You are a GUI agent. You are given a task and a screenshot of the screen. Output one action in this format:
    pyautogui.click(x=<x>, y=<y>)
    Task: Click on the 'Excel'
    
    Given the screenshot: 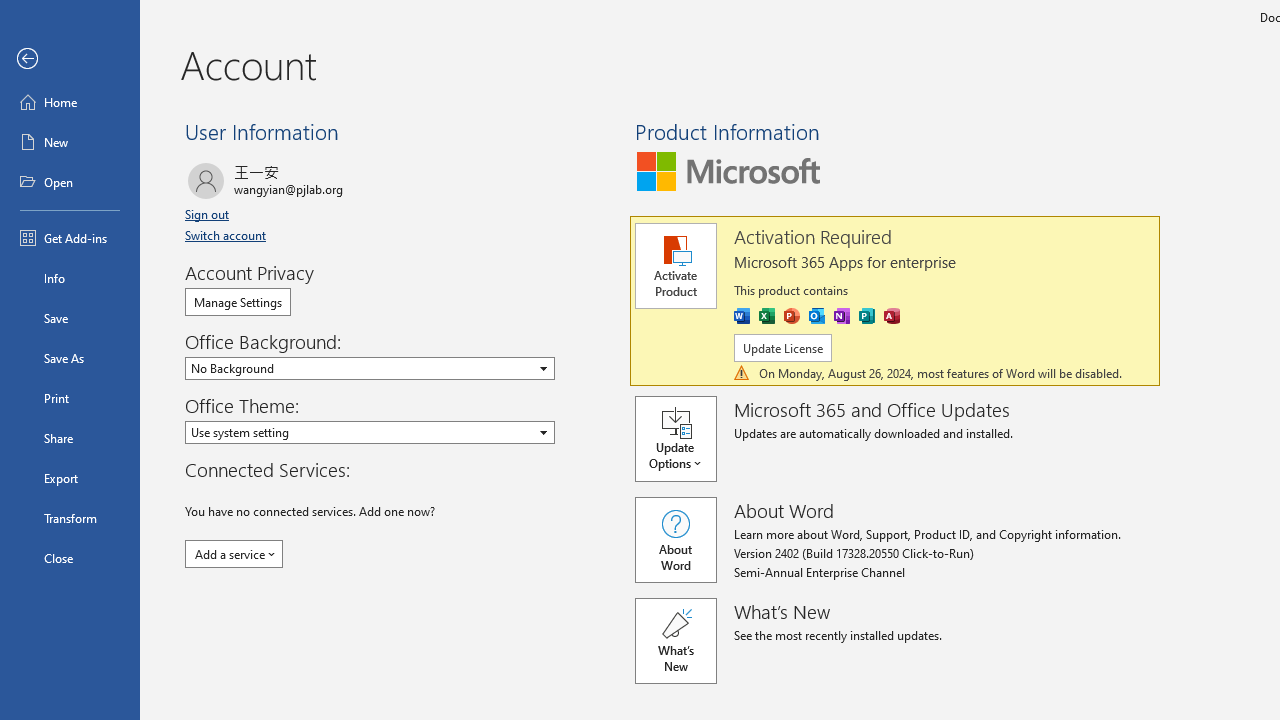 What is the action you would take?
    pyautogui.click(x=765, y=315)
    